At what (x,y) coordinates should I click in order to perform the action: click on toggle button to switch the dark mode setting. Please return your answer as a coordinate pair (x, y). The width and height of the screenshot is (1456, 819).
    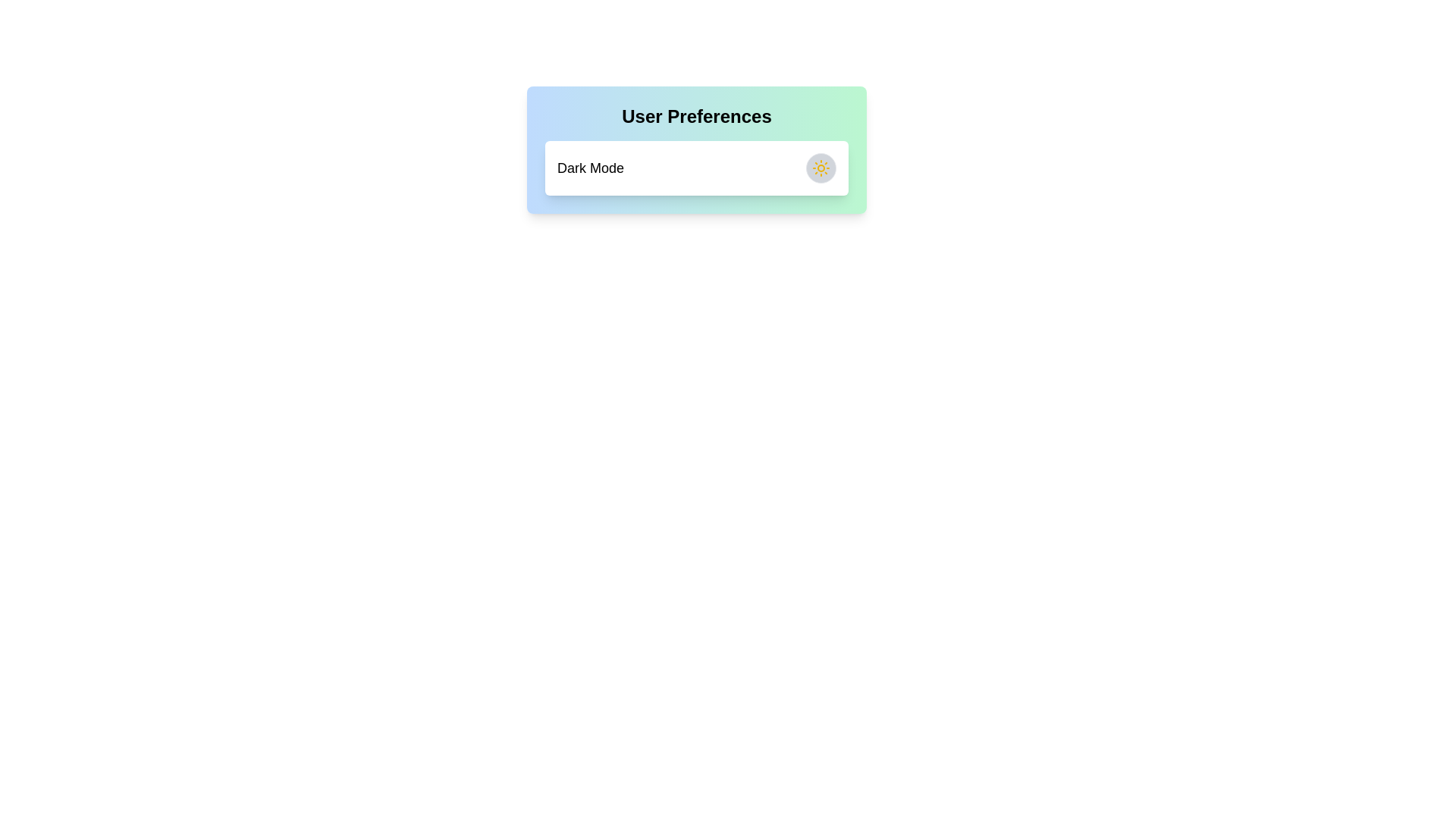
    Looking at the image, I should click on (821, 168).